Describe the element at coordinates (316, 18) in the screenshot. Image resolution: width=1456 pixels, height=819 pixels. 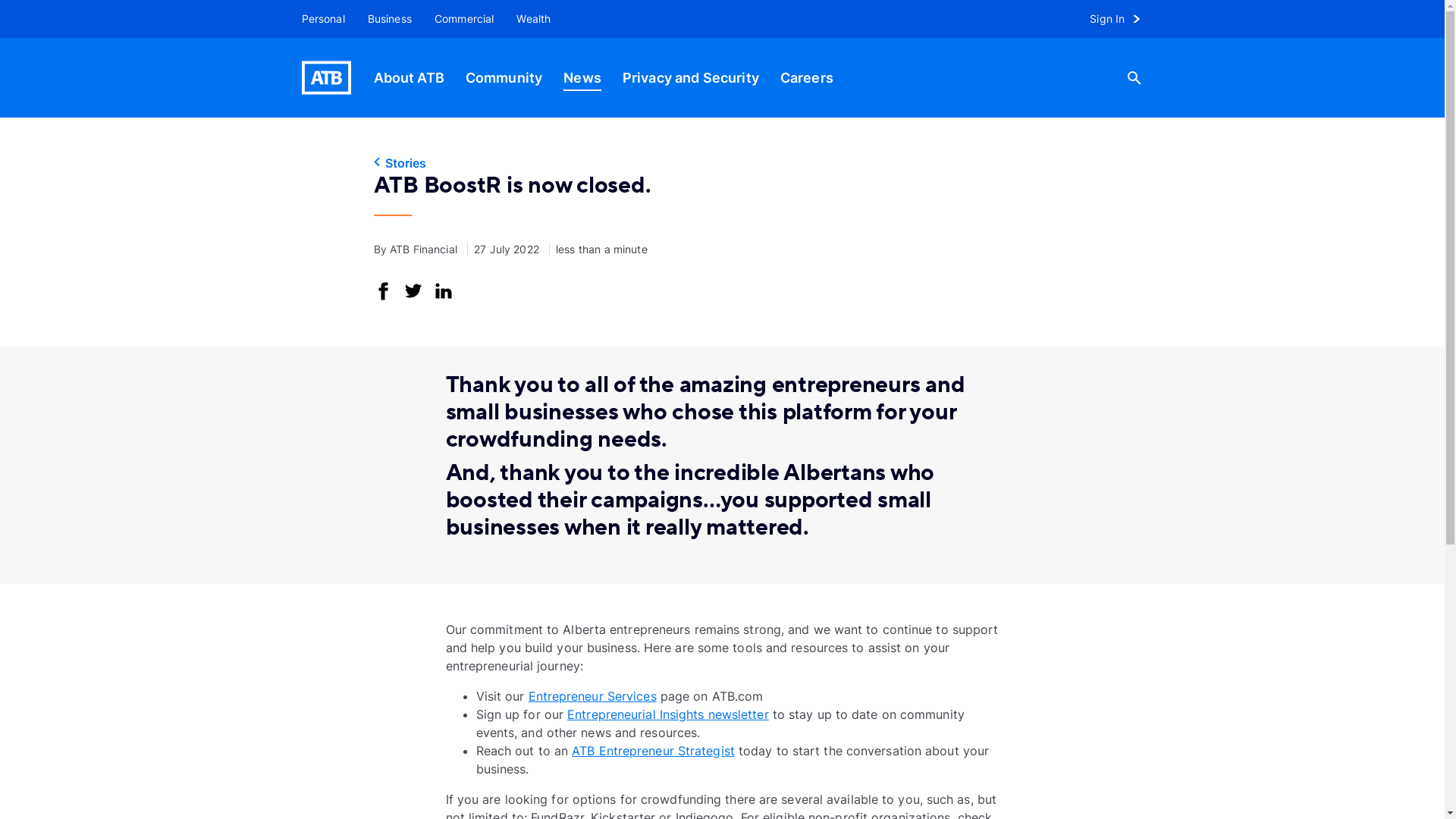
I see `'Personal'` at that location.